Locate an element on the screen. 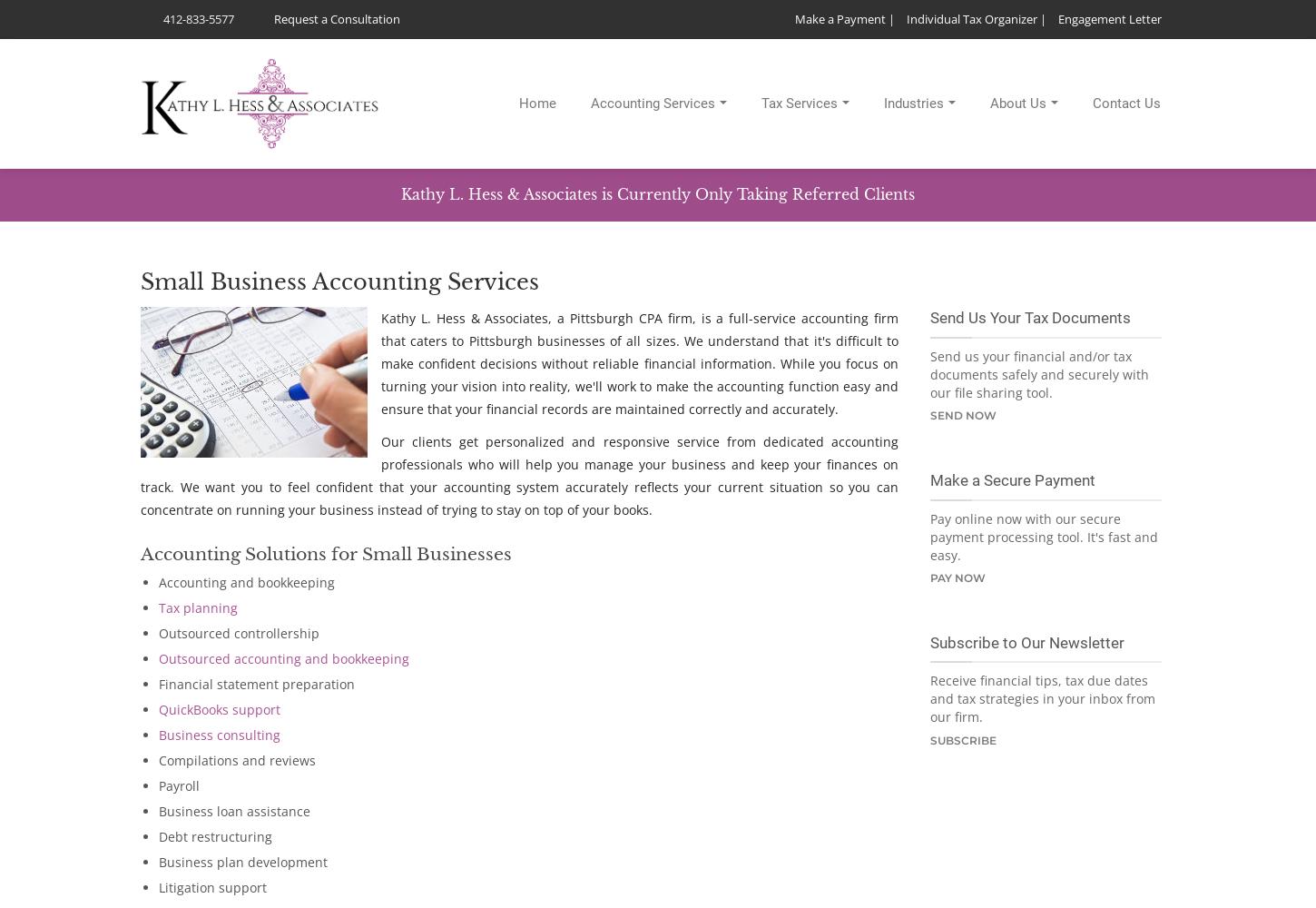 This screenshot has width=1316, height=908. 'Make a Payment' is located at coordinates (839, 19).